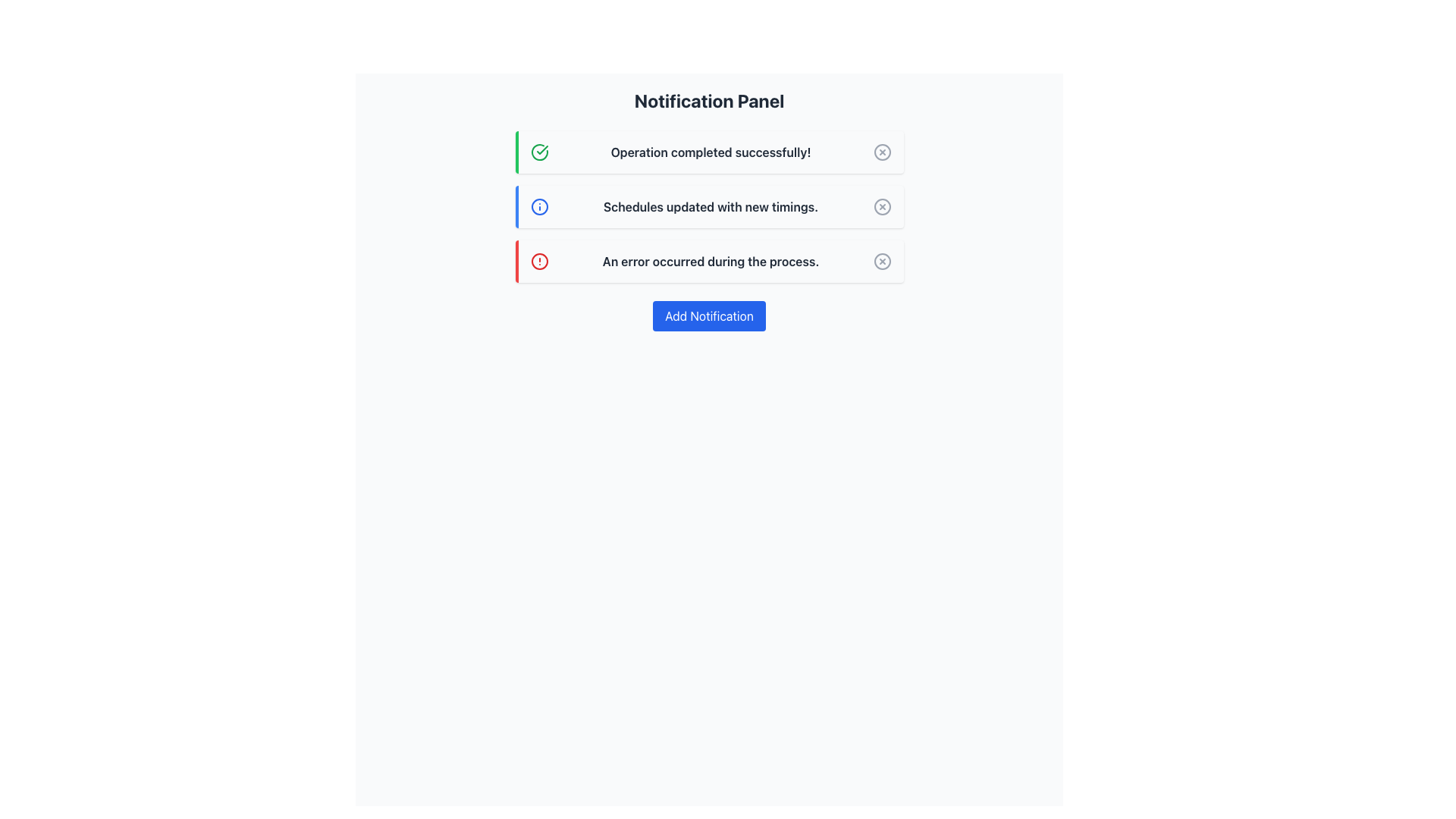  What do you see at coordinates (708, 260) in the screenshot?
I see `the Notification Box, which is the third notification in a vertical stack, positioned below 'Schedules updated with new timings.' and above the 'Add Notification' button` at bounding box center [708, 260].